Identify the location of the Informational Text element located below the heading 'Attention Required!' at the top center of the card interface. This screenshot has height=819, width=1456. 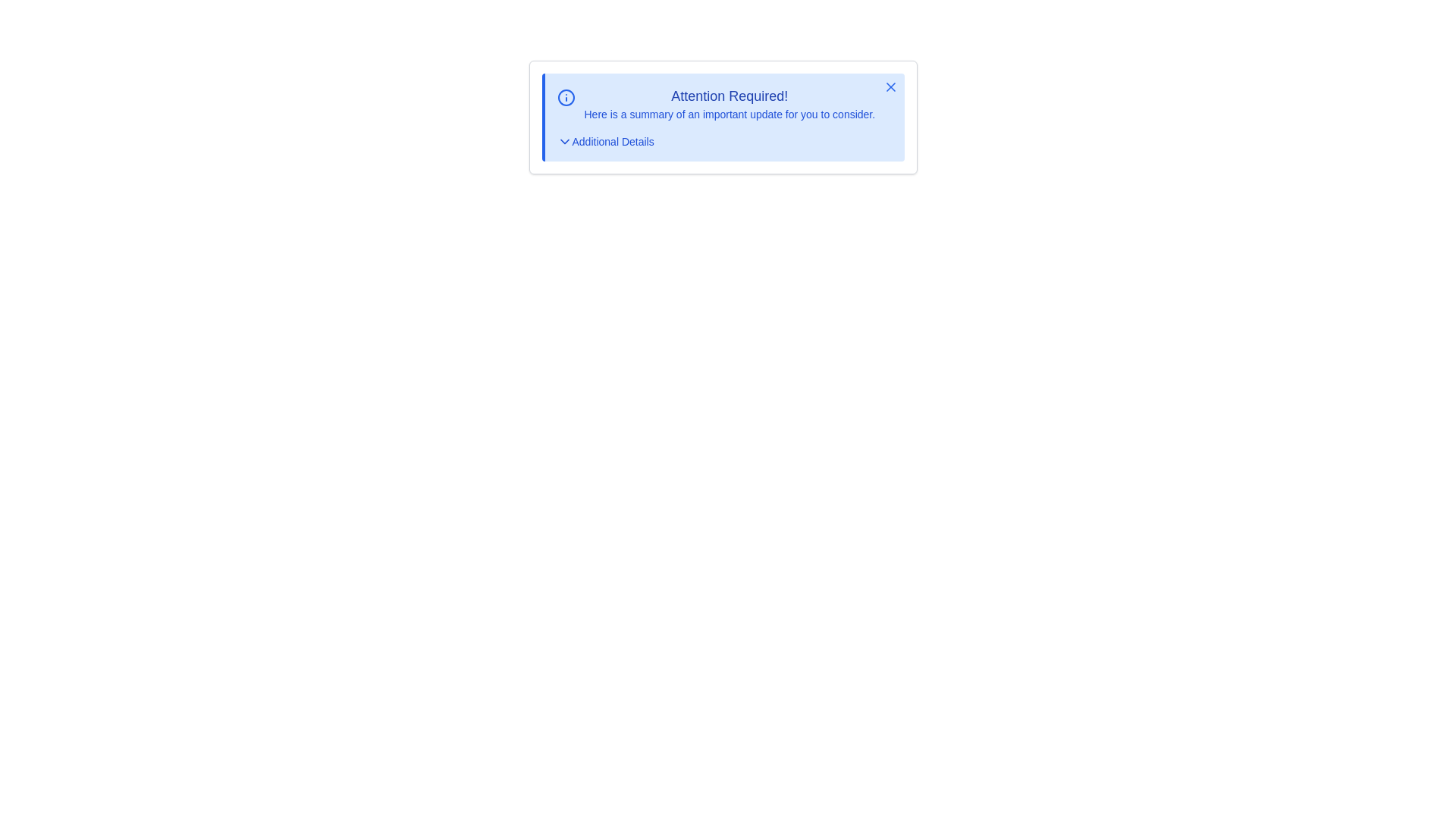
(730, 113).